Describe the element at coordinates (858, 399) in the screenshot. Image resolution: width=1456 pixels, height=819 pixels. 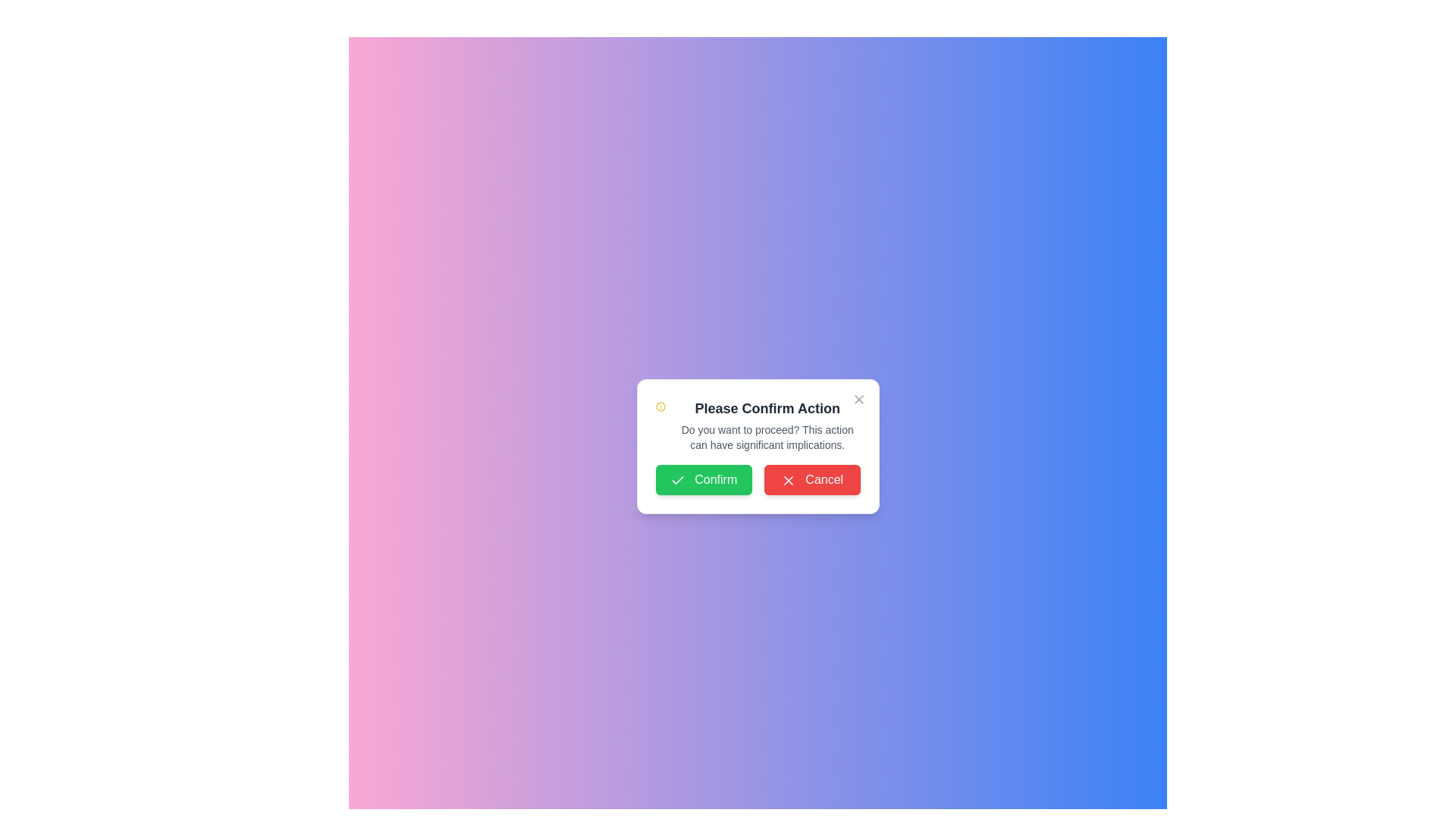
I see `the Close or Cancel Button Icon, which is a small cross-shaped icon located at the top right corner of the confirmation dialog box` at that location.